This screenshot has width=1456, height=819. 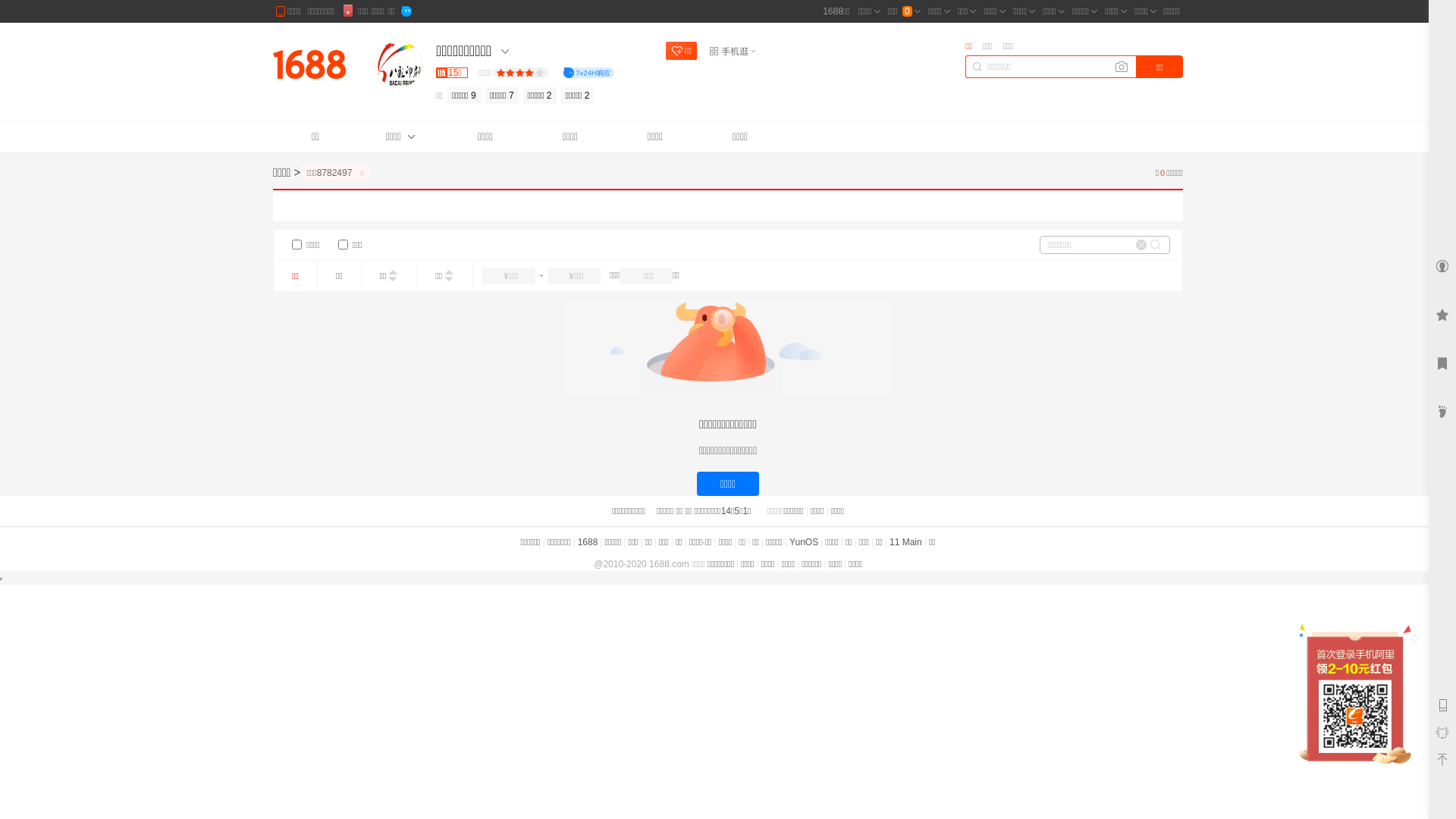 What do you see at coordinates (587, 541) in the screenshot?
I see `'1688'` at bounding box center [587, 541].